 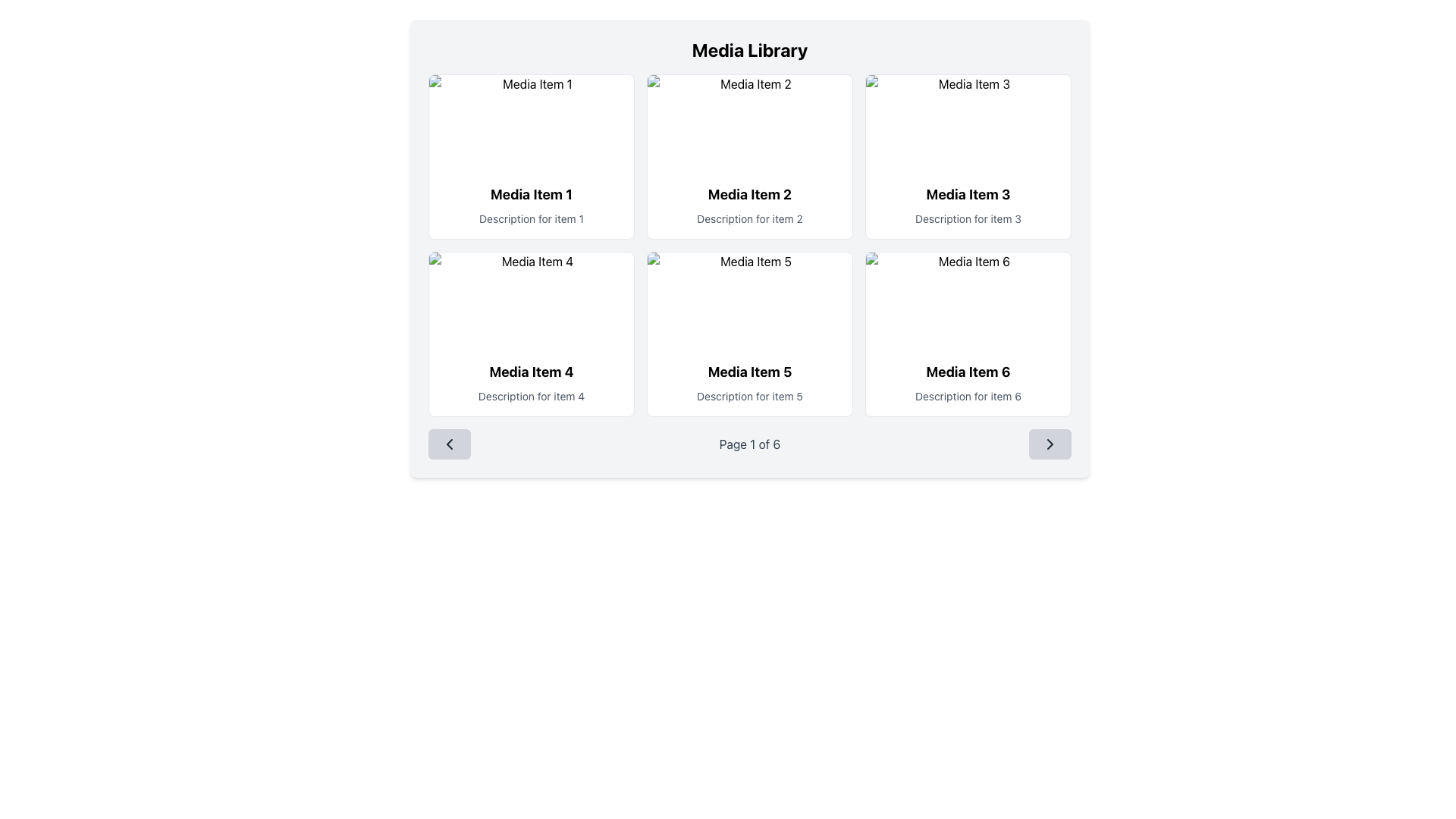 I want to click on the static text label displaying 'Description for item 2', located beneath the bold text 'Media Item 2' in the grid layout, so click(x=749, y=219).